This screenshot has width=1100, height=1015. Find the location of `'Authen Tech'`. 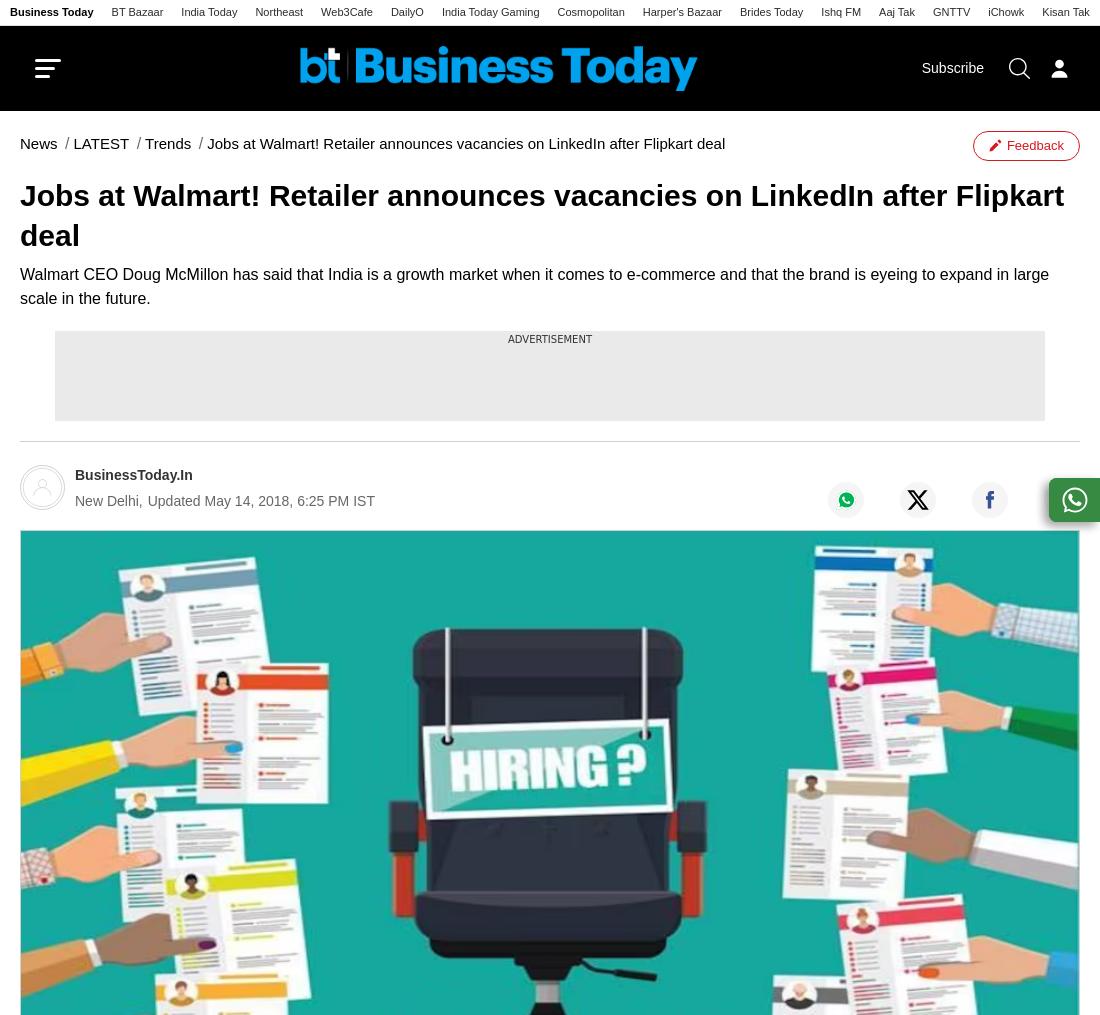

'Authen Tech' is located at coordinates (19, 955).